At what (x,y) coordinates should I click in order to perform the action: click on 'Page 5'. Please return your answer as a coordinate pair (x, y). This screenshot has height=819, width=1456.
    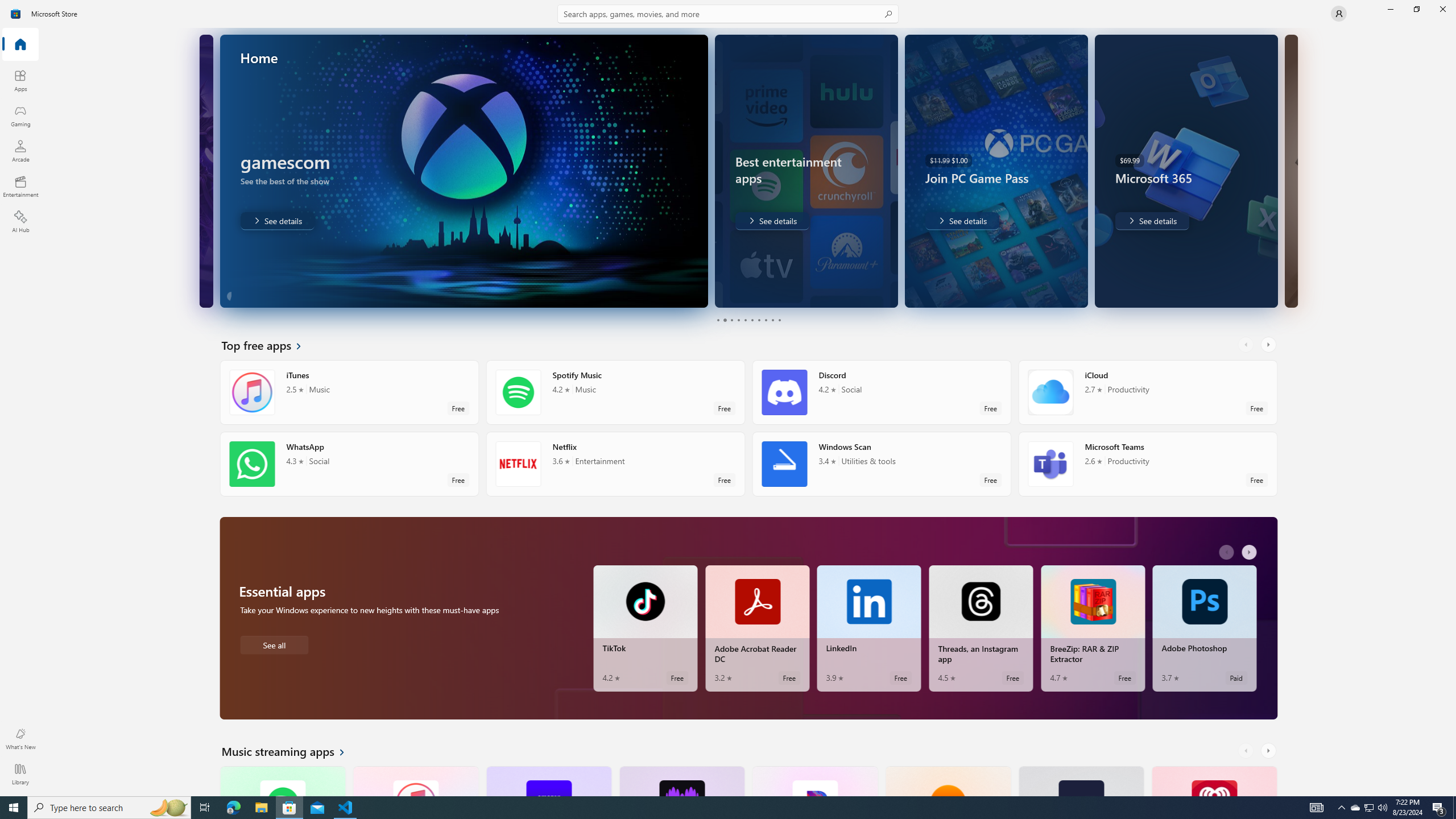
    Looking at the image, I should click on (744, 320).